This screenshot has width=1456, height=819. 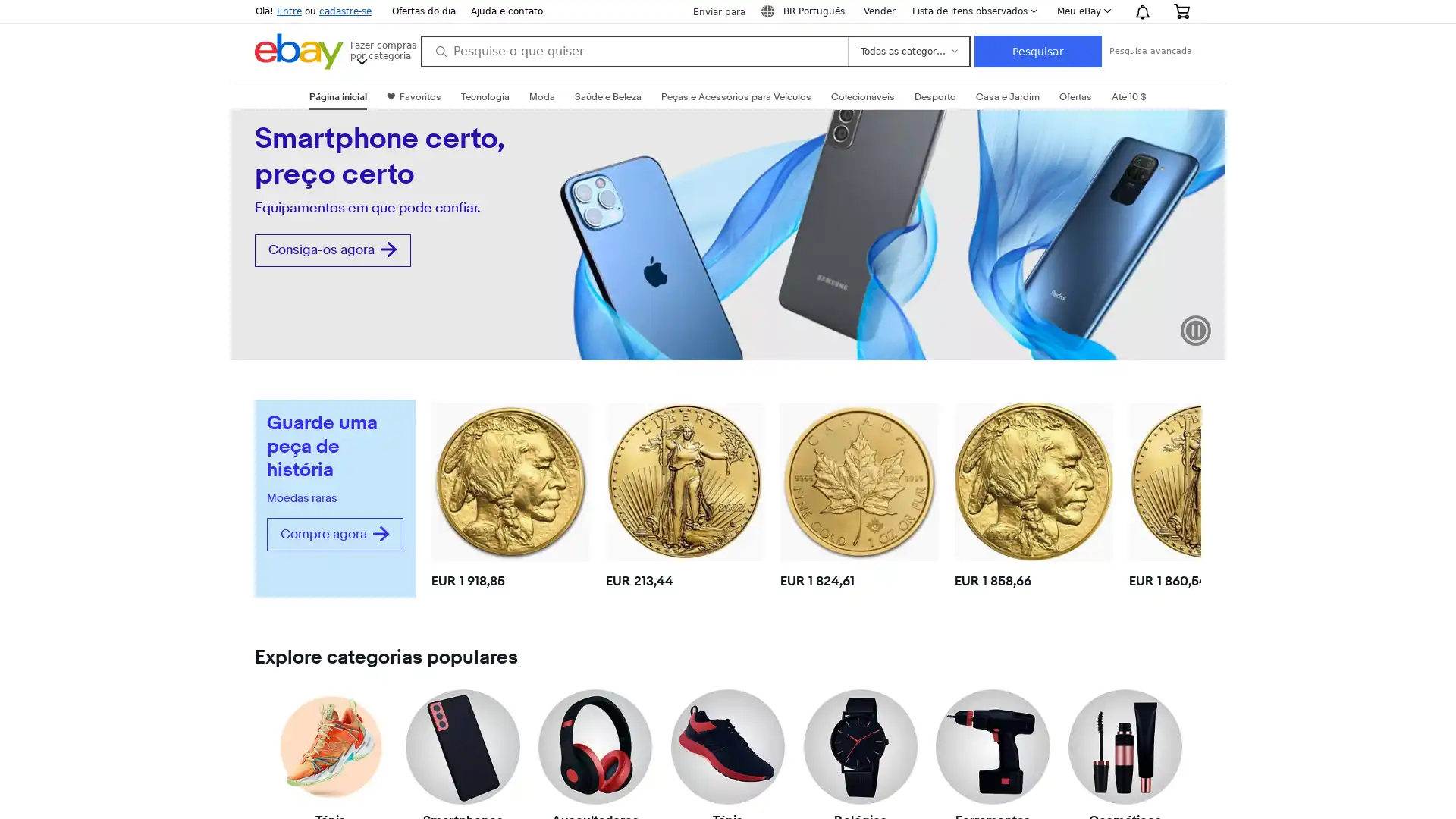 What do you see at coordinates (1037, 51) in the screenshot?
I see `Pesquisar` at bounding box center [1037, 51].